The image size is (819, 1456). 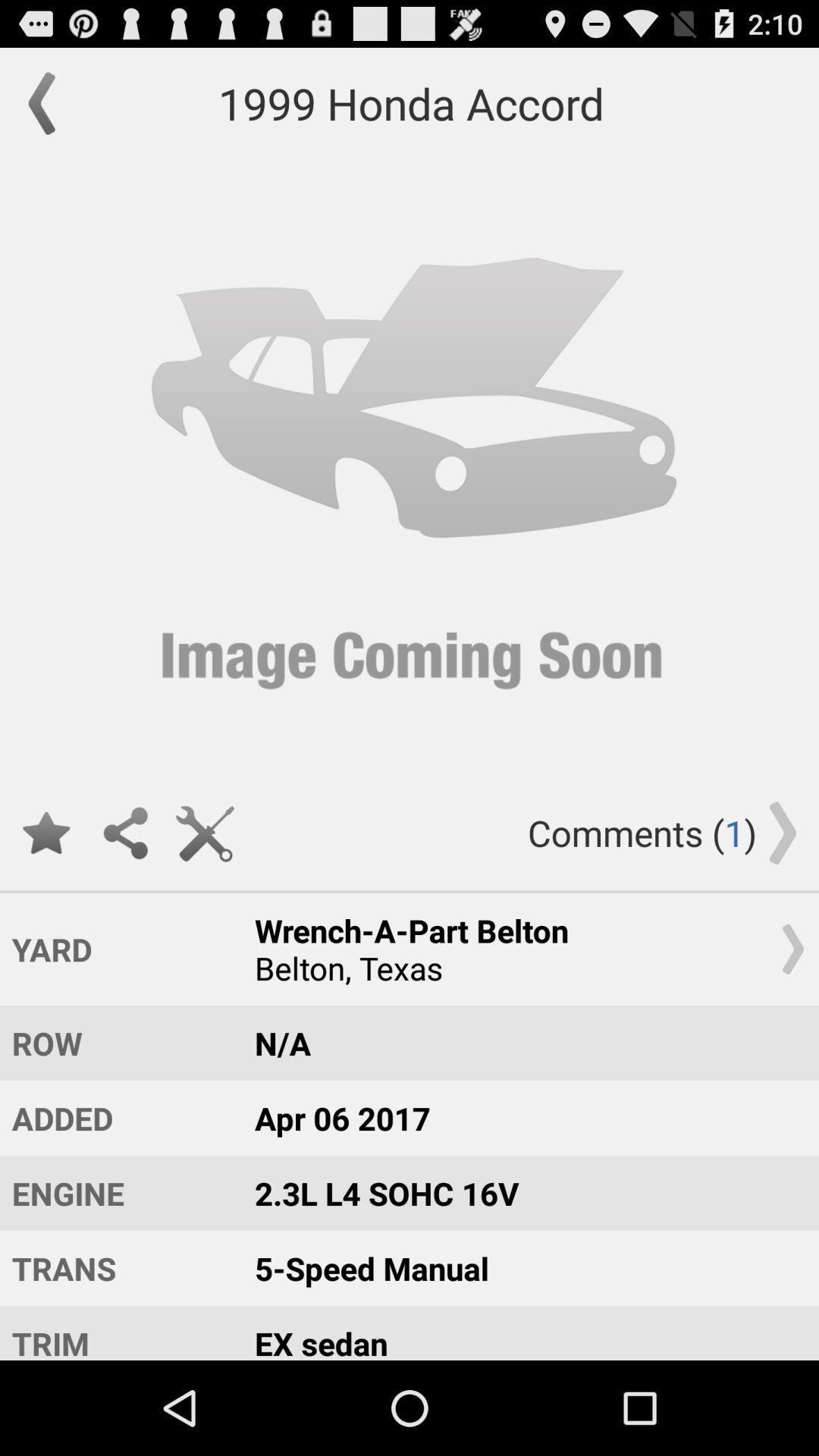 What do you see at coordinates (522, 1268) in the screenshot?
I see `5-speed manual item` at bounding box center [522, 1268].